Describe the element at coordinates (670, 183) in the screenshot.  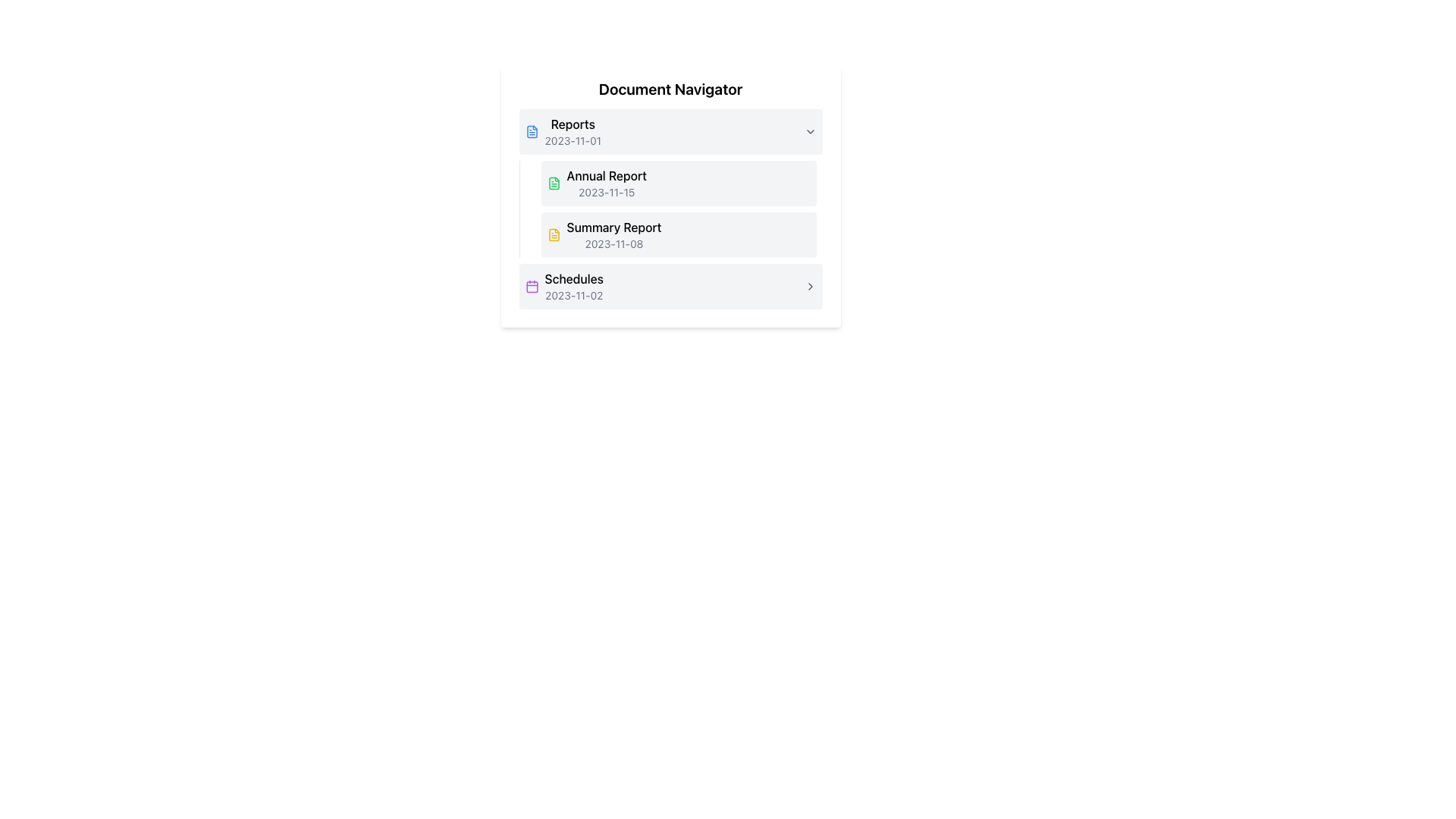
I see `the list entry representing the 'Annual Report' document` at that location.